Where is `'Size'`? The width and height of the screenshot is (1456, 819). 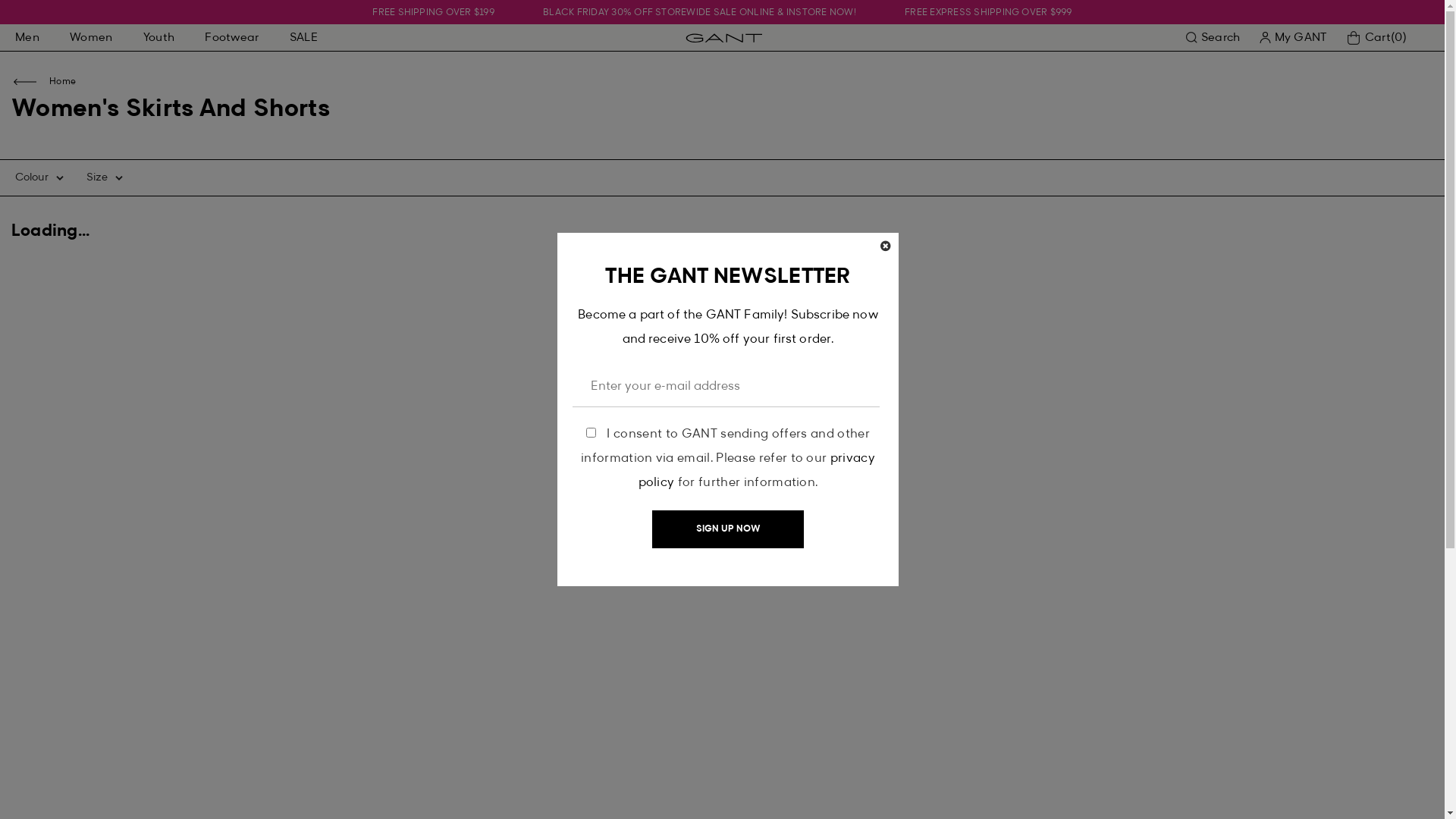
'Size' is located at coordinates (104, 177).